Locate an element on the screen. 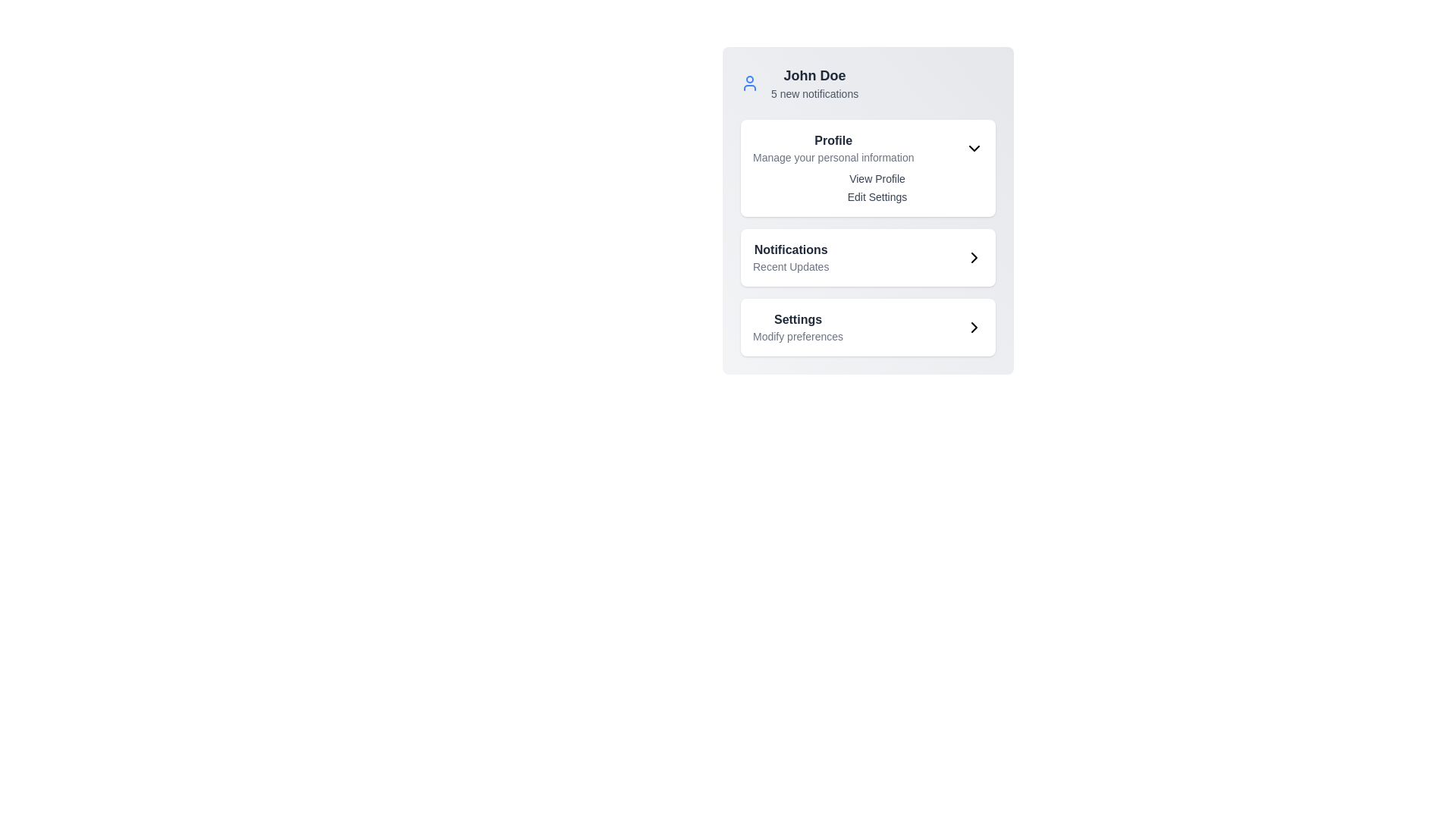 Image resolution: width=1456 pixels, height=819 pixels. user name 'John Doe' and the notification count '5 new notifications' from the informational header displayed in a light gray background, located near the top of the panel is located at coordinates (814, 83).